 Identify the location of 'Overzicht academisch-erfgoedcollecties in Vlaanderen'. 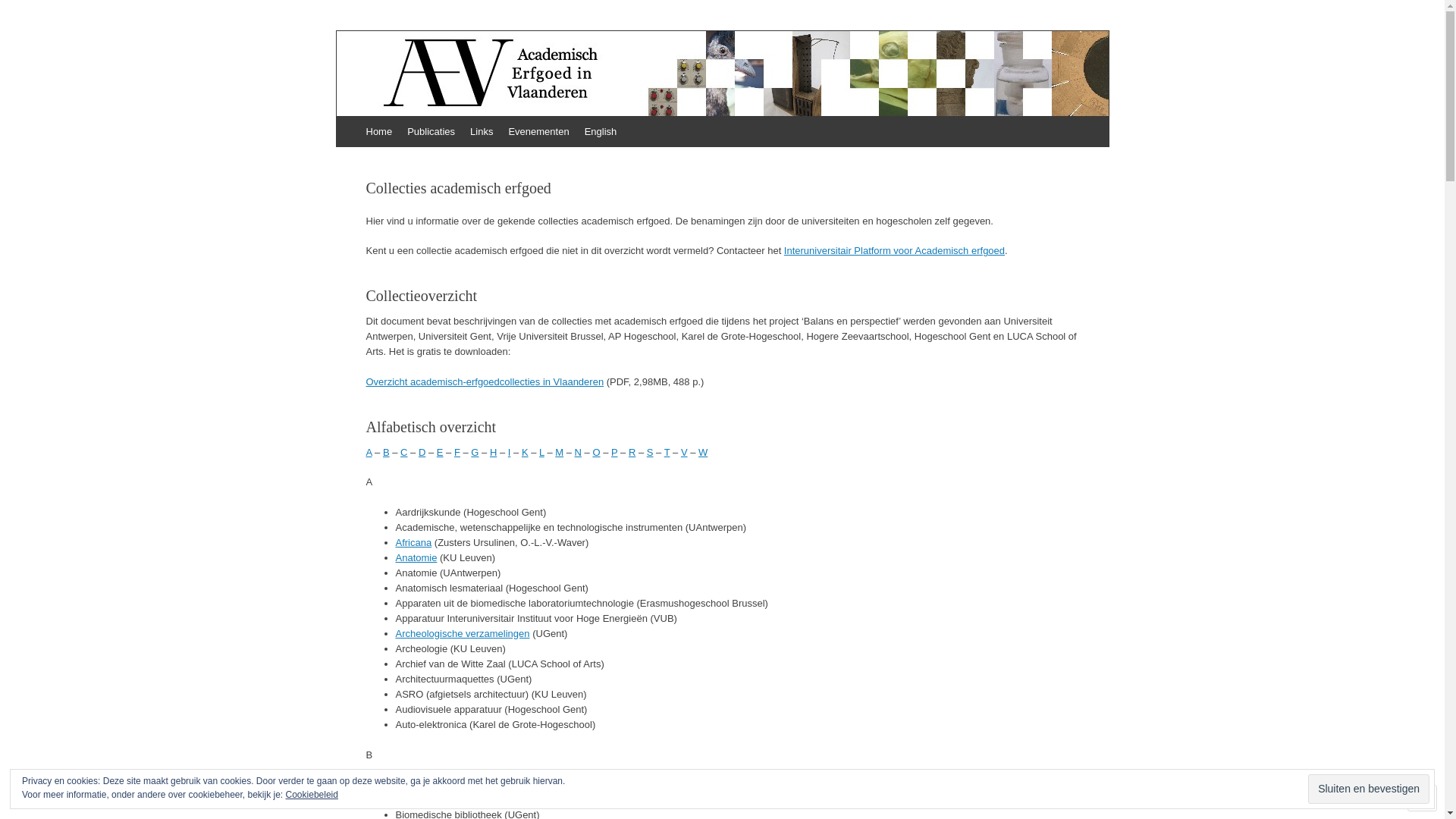
(483, 381).